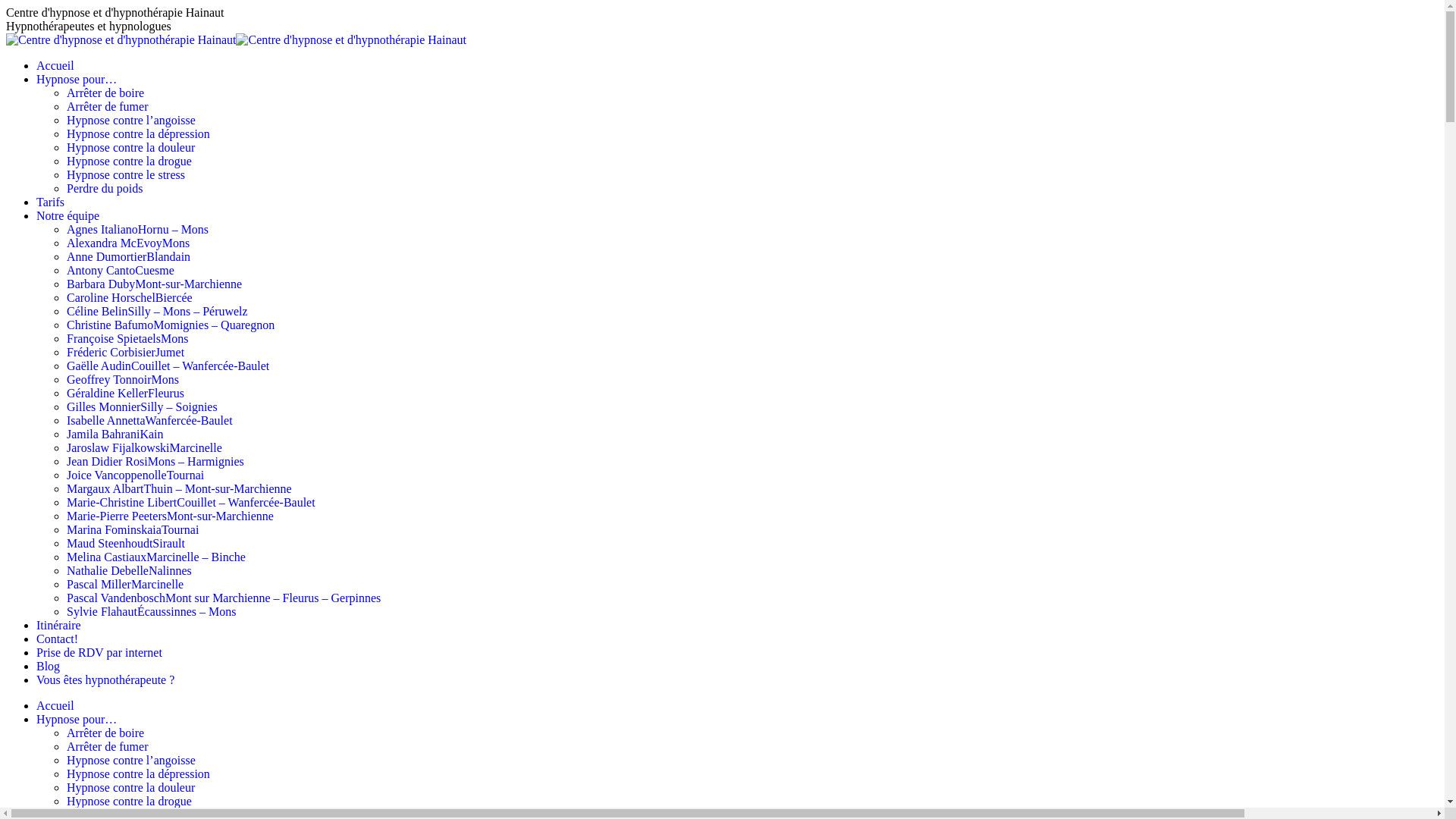 This screenshot has height=819, width=1456. I want to click on 'Nathalie DebelleNalinnes', so click(129, 570).